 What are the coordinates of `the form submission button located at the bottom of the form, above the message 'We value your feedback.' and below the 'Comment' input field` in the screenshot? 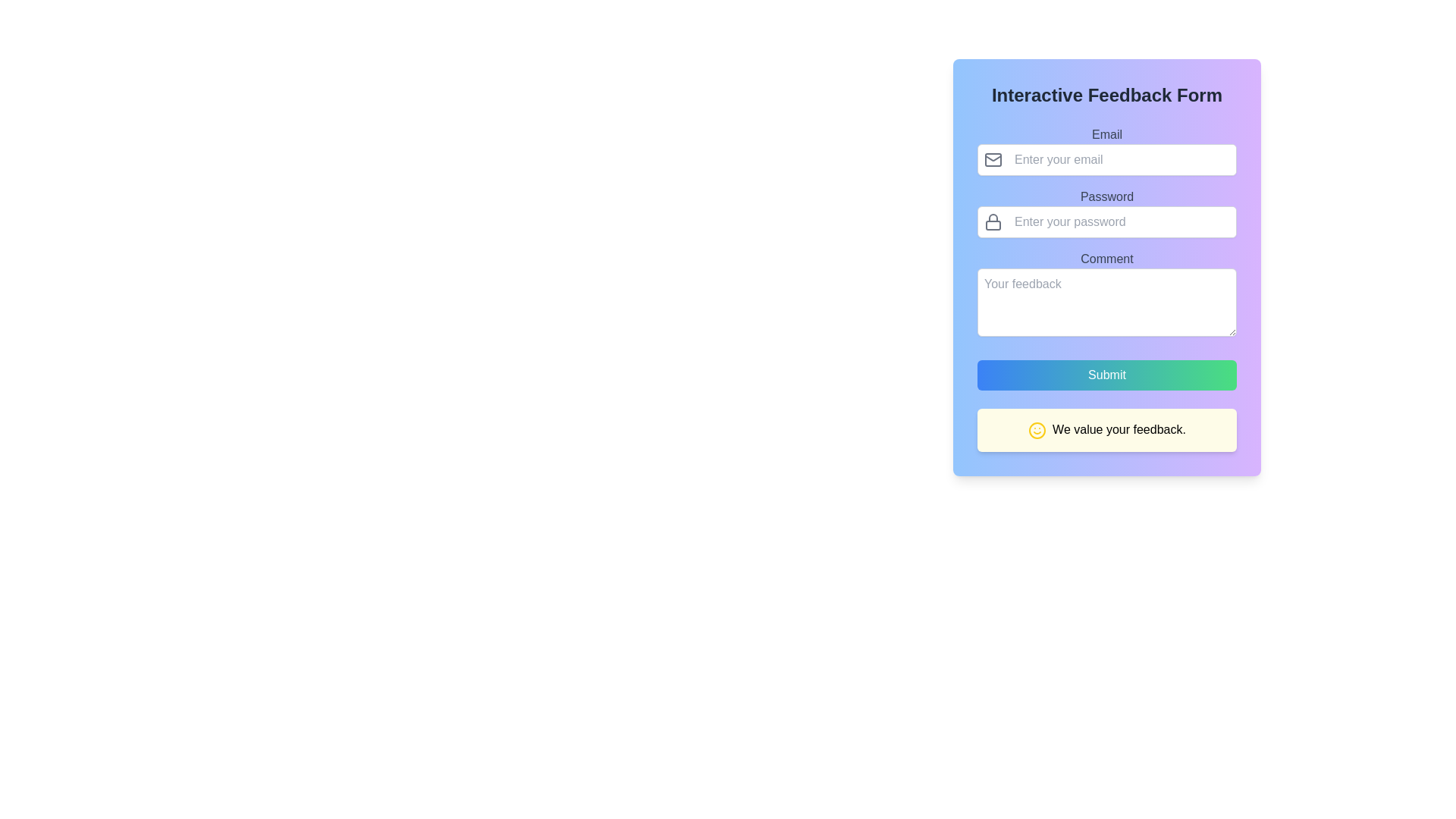 It's located at (1106, 375).